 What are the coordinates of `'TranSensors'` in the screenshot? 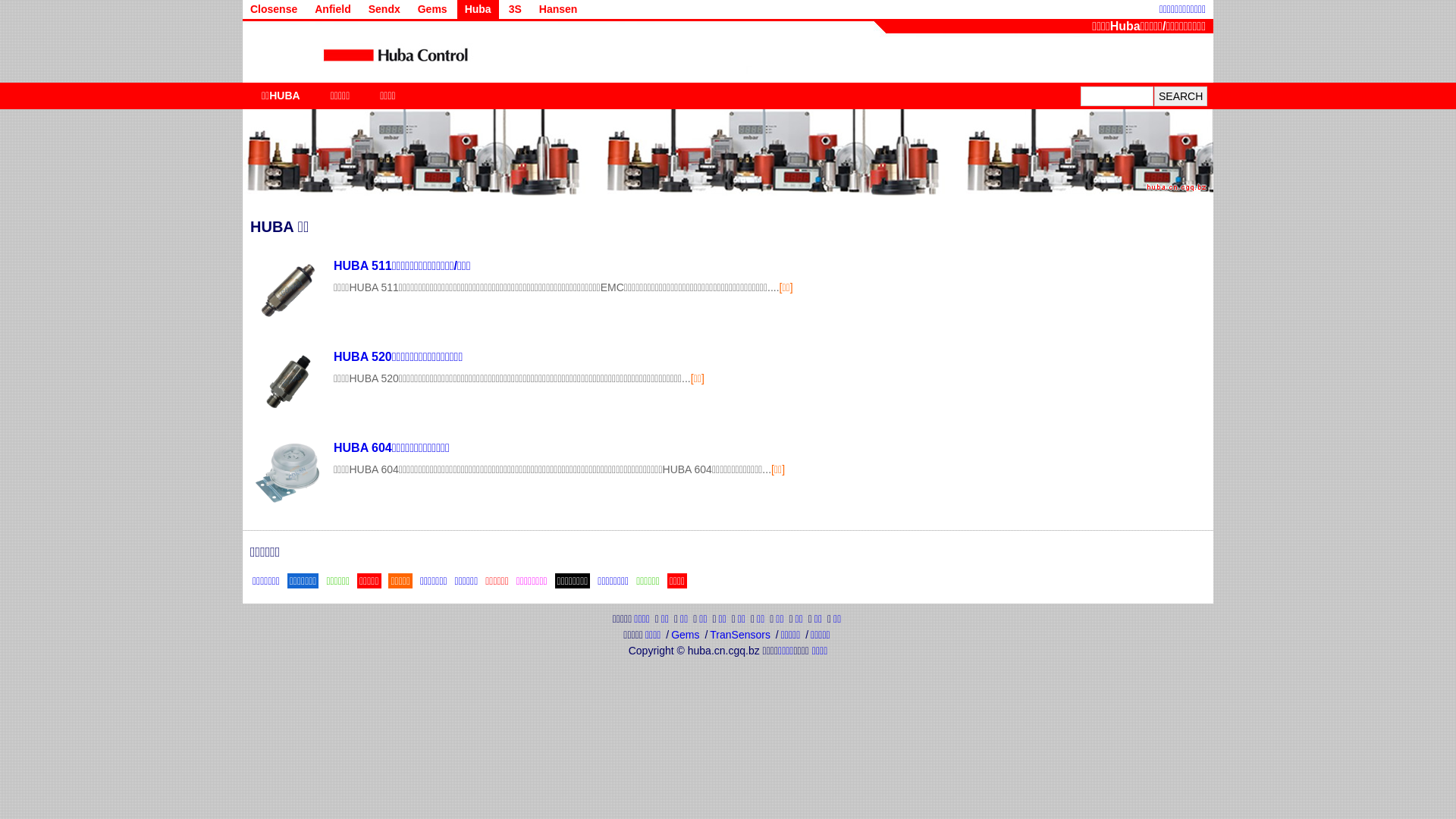 It's located at (739, 635).